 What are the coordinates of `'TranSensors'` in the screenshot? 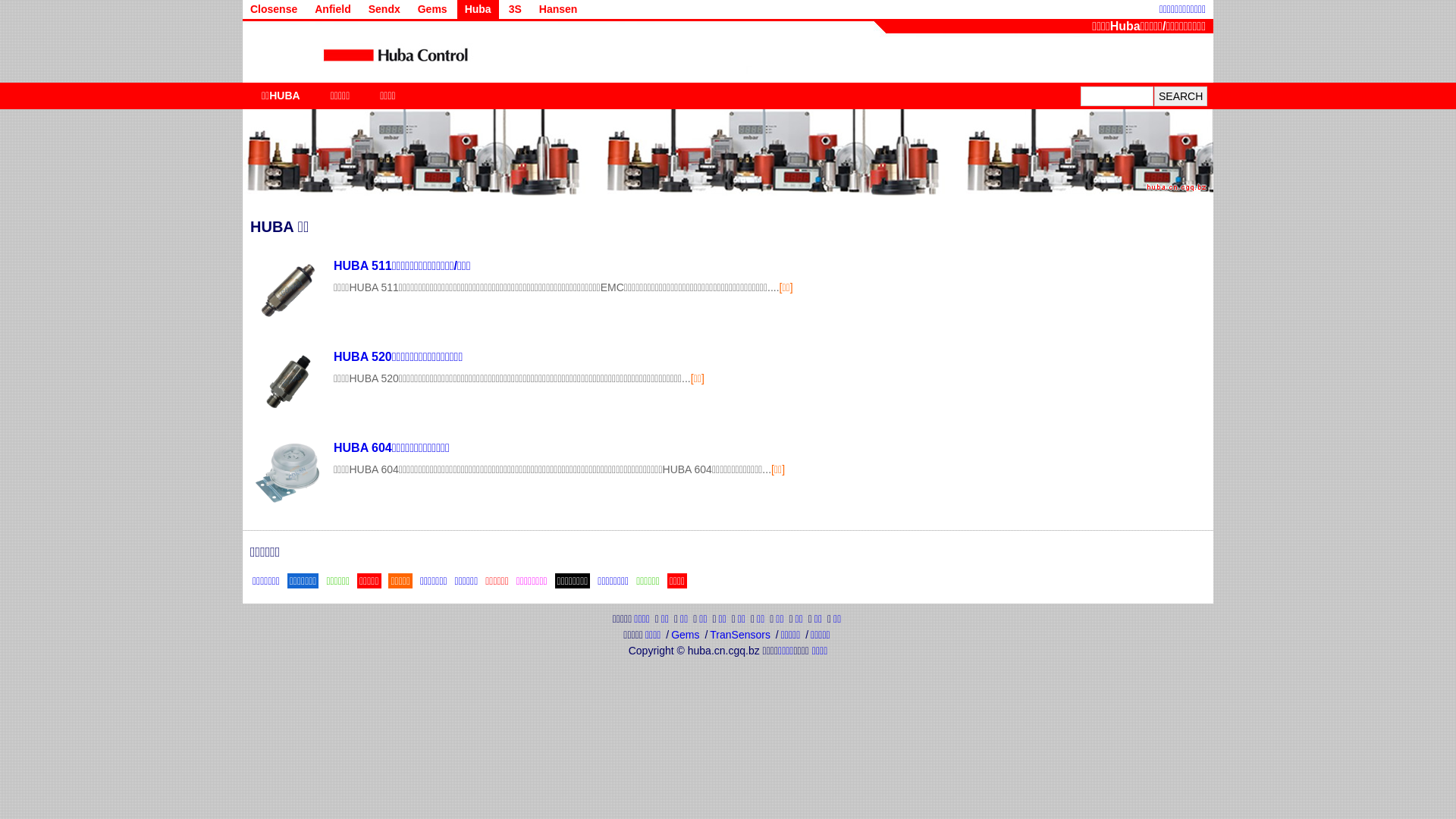 It's located at (739, 635).